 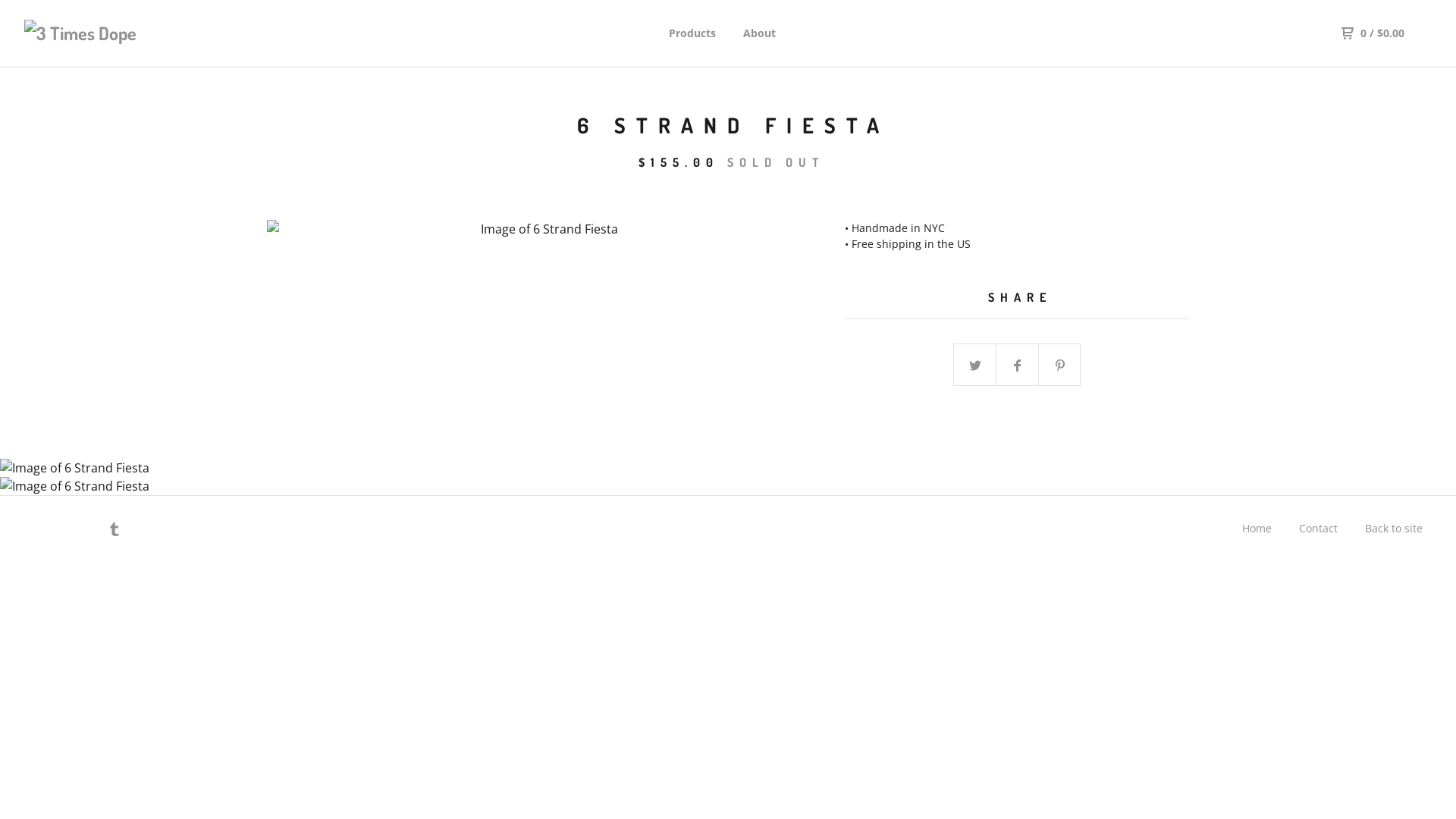 What do you see at coordinates (1317, 527) in the screenshot?
I see `'Contact'` at bounding box center [1317, 527].